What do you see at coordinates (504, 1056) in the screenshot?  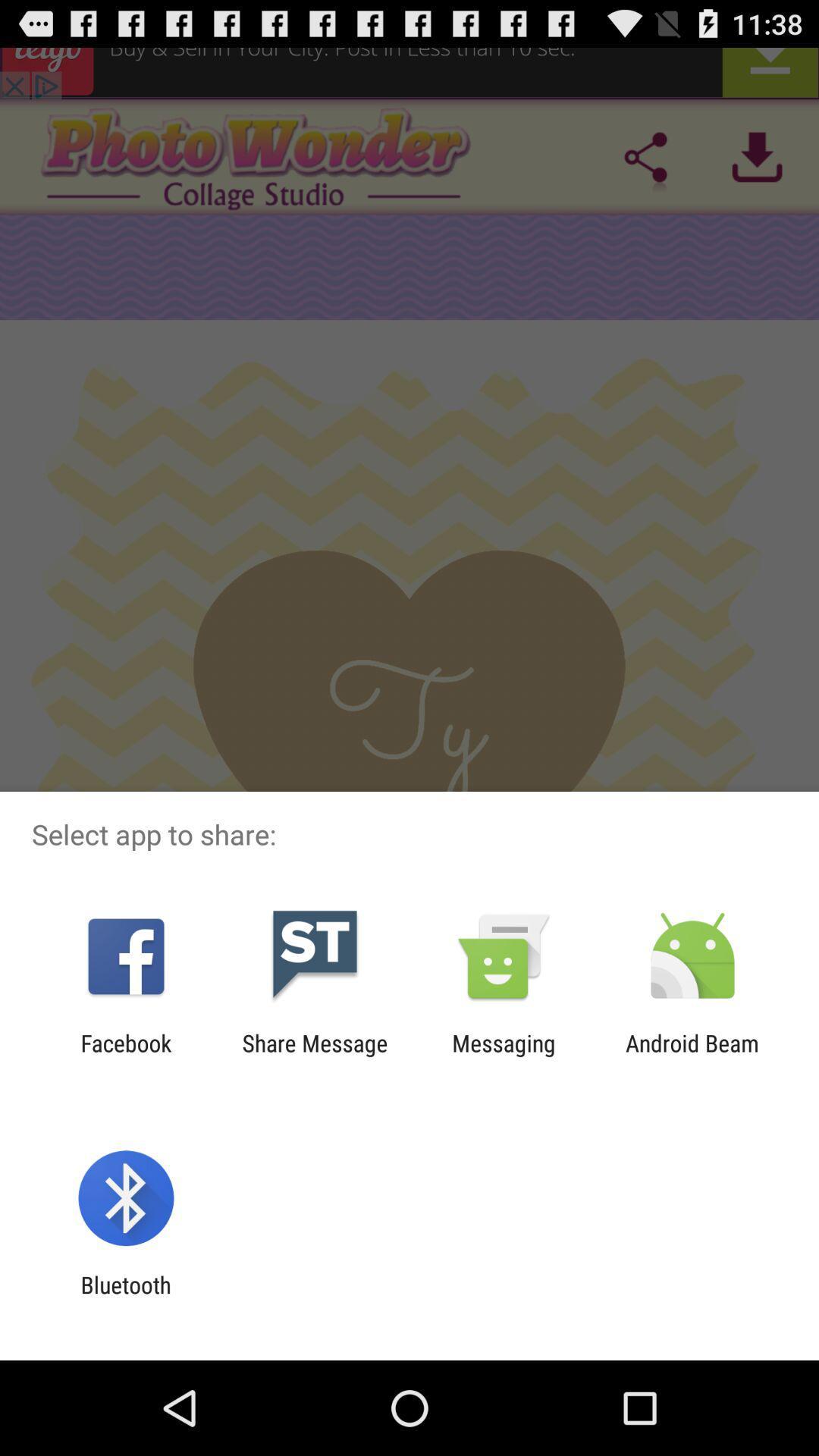 I see `icon next to the android beam app` at bounding box center [504, 1056].